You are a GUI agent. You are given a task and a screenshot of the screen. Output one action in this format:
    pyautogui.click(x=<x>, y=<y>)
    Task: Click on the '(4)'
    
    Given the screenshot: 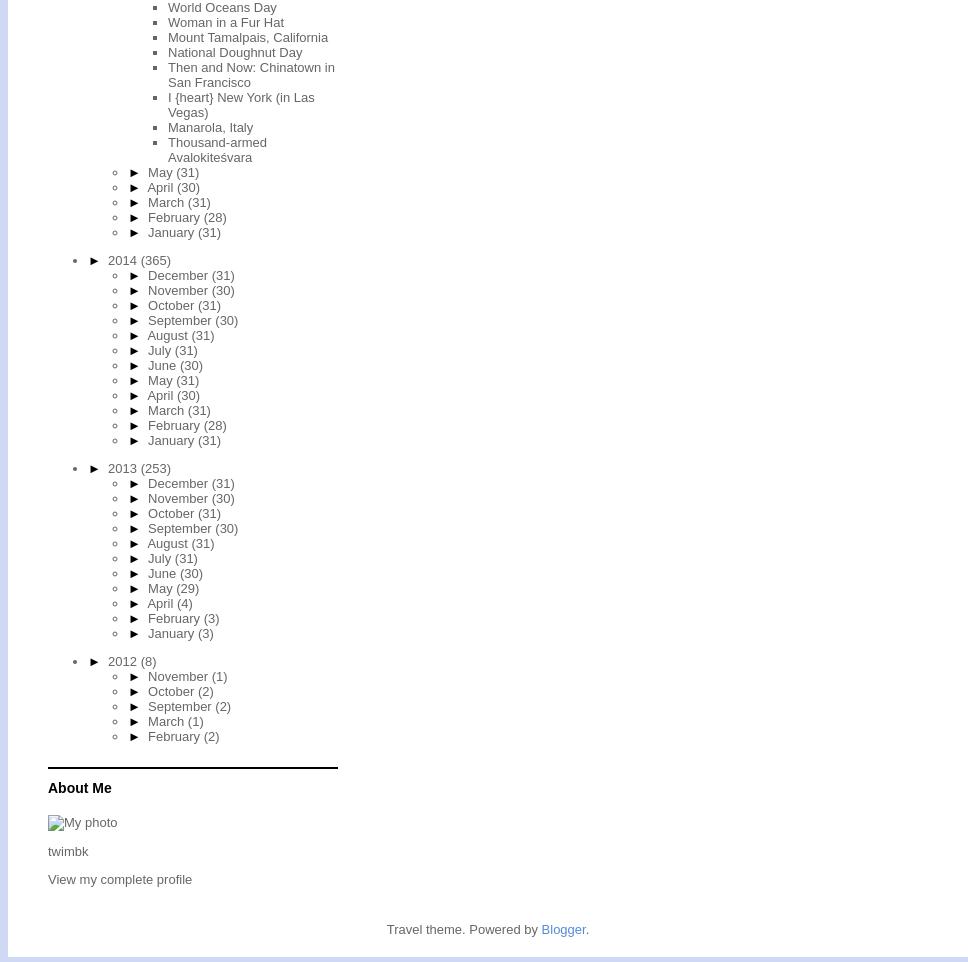 What is the action you would take?
    pyautogui.click(x=184, y=601)
    